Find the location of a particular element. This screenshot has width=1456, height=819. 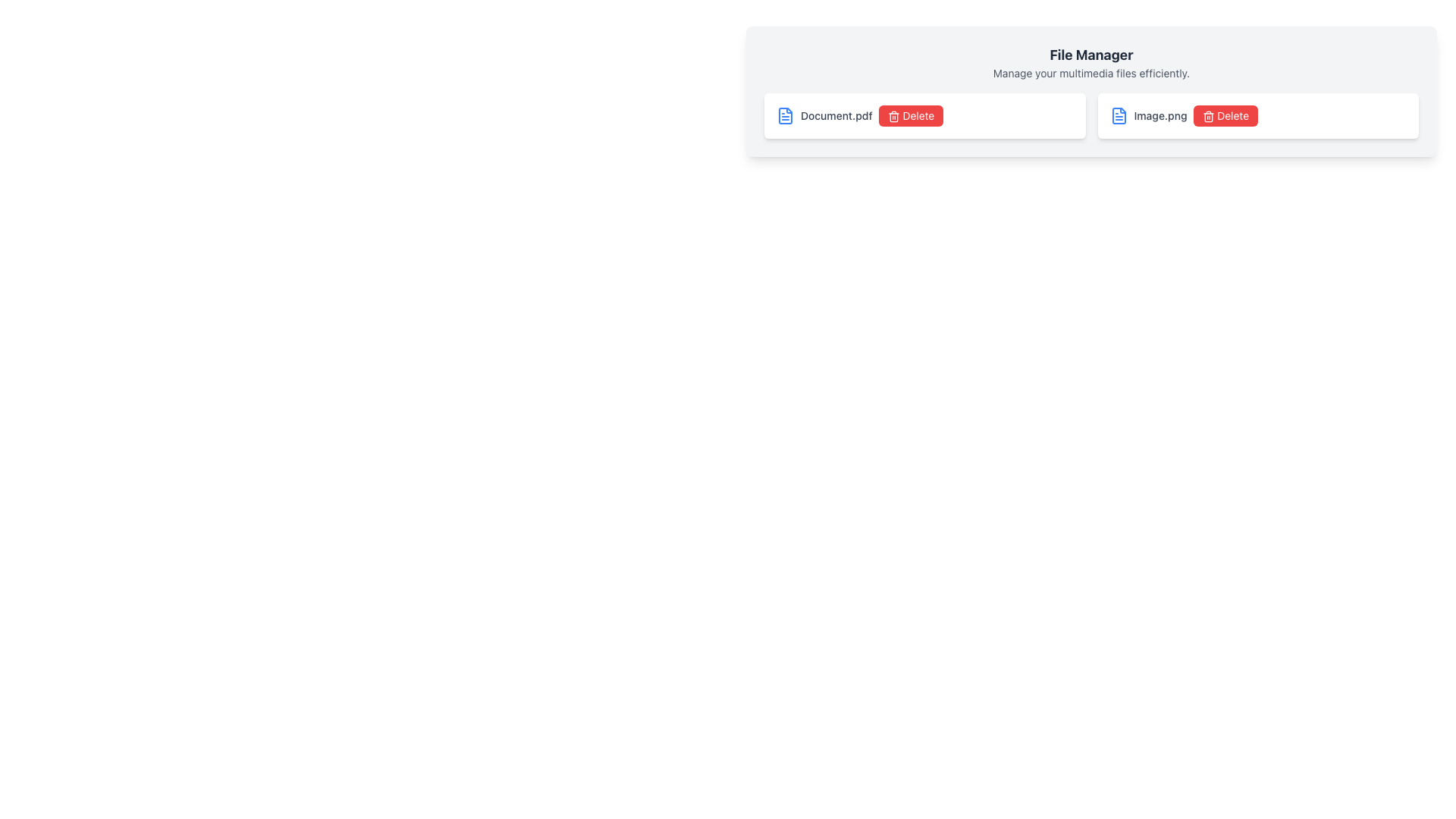

the 'Delete' button in the Composite component containing the blue document icon and the text 'Document.pdf' is located at coordinates (924, 115).